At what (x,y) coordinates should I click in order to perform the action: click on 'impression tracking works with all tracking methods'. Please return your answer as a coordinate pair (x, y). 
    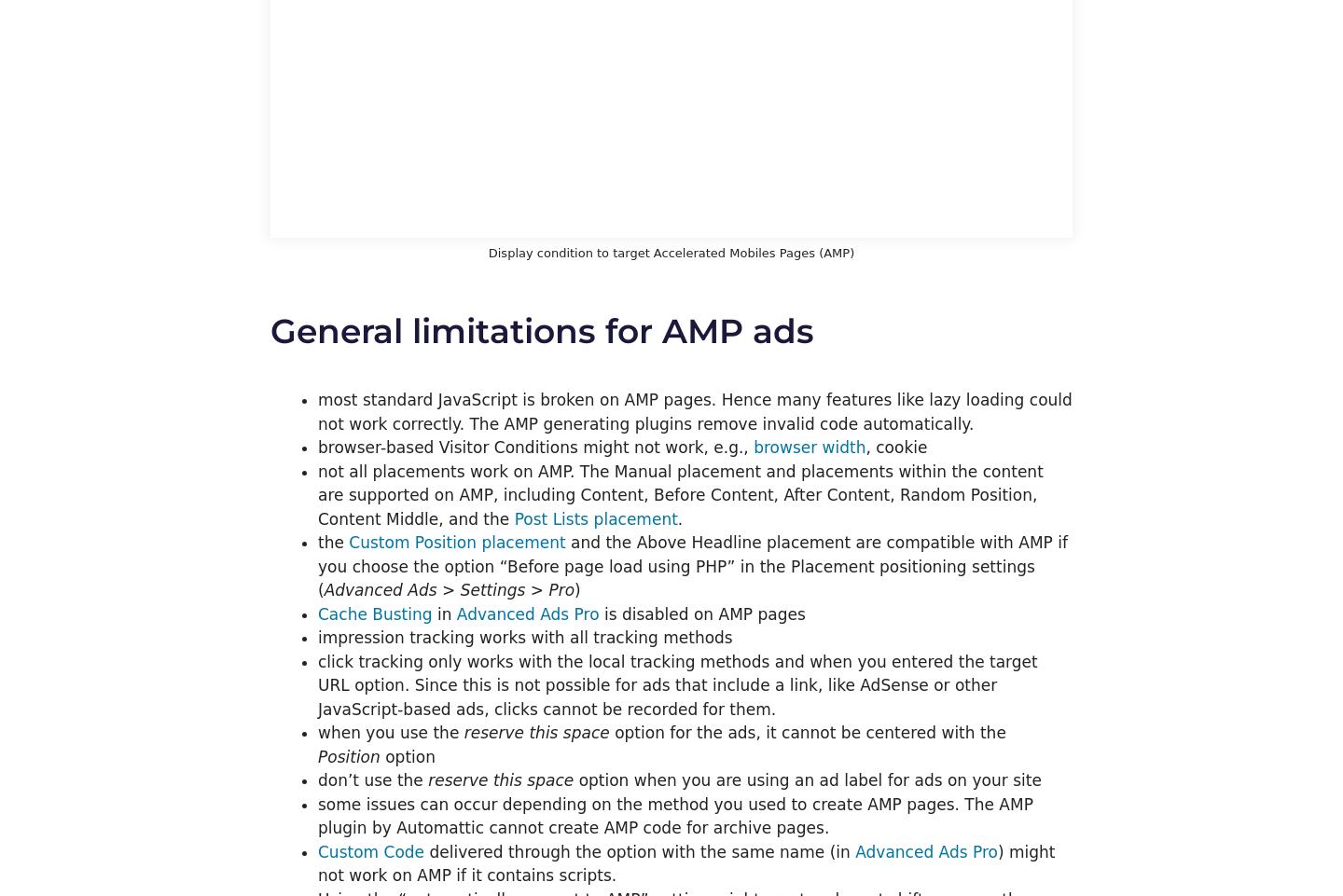
    Looking at the image, I should click on (525, 637).